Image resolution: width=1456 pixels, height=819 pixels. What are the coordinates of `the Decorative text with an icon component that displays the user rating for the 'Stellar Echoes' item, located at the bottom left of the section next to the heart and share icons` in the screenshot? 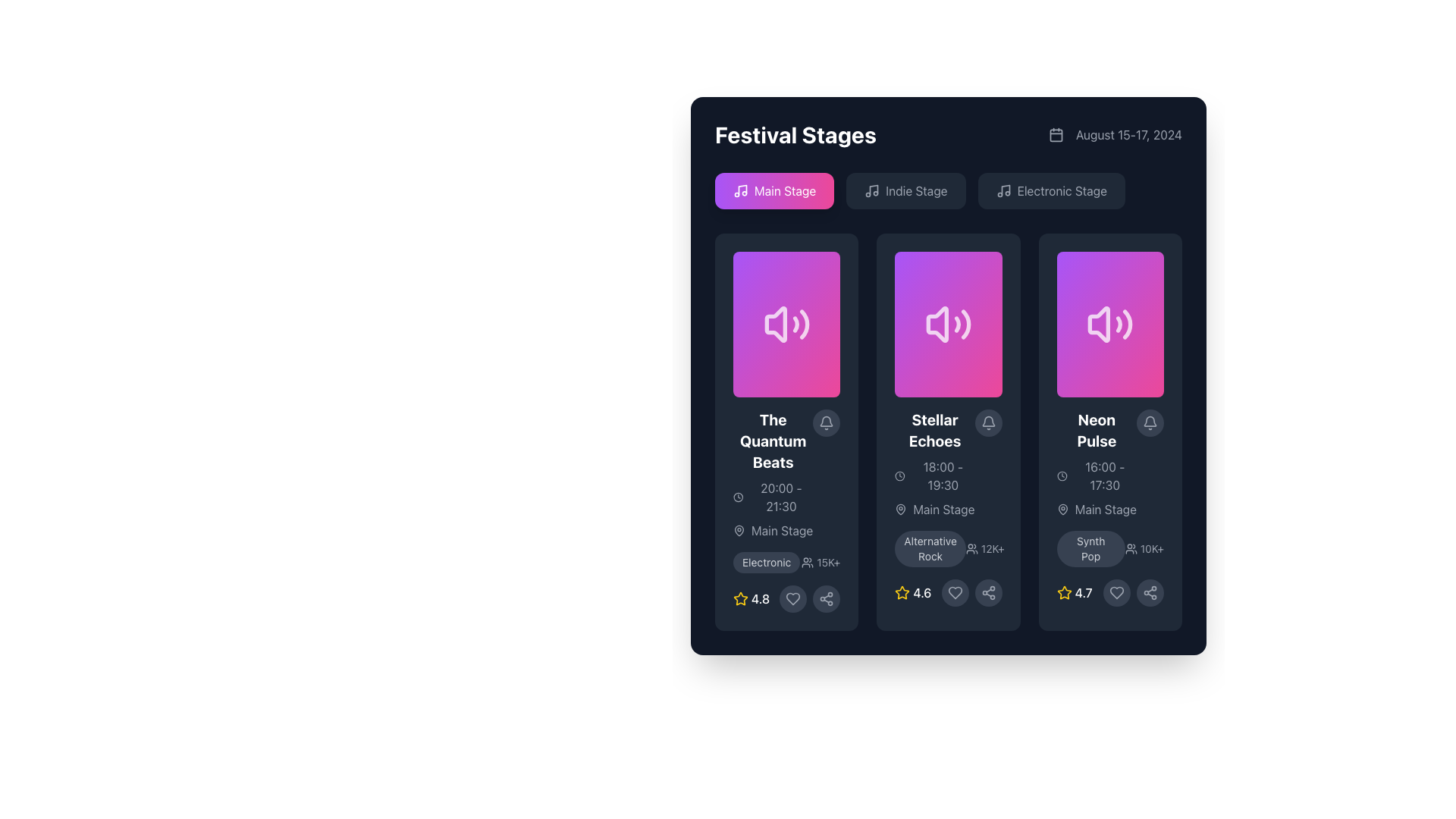 It's located at (912, 592).